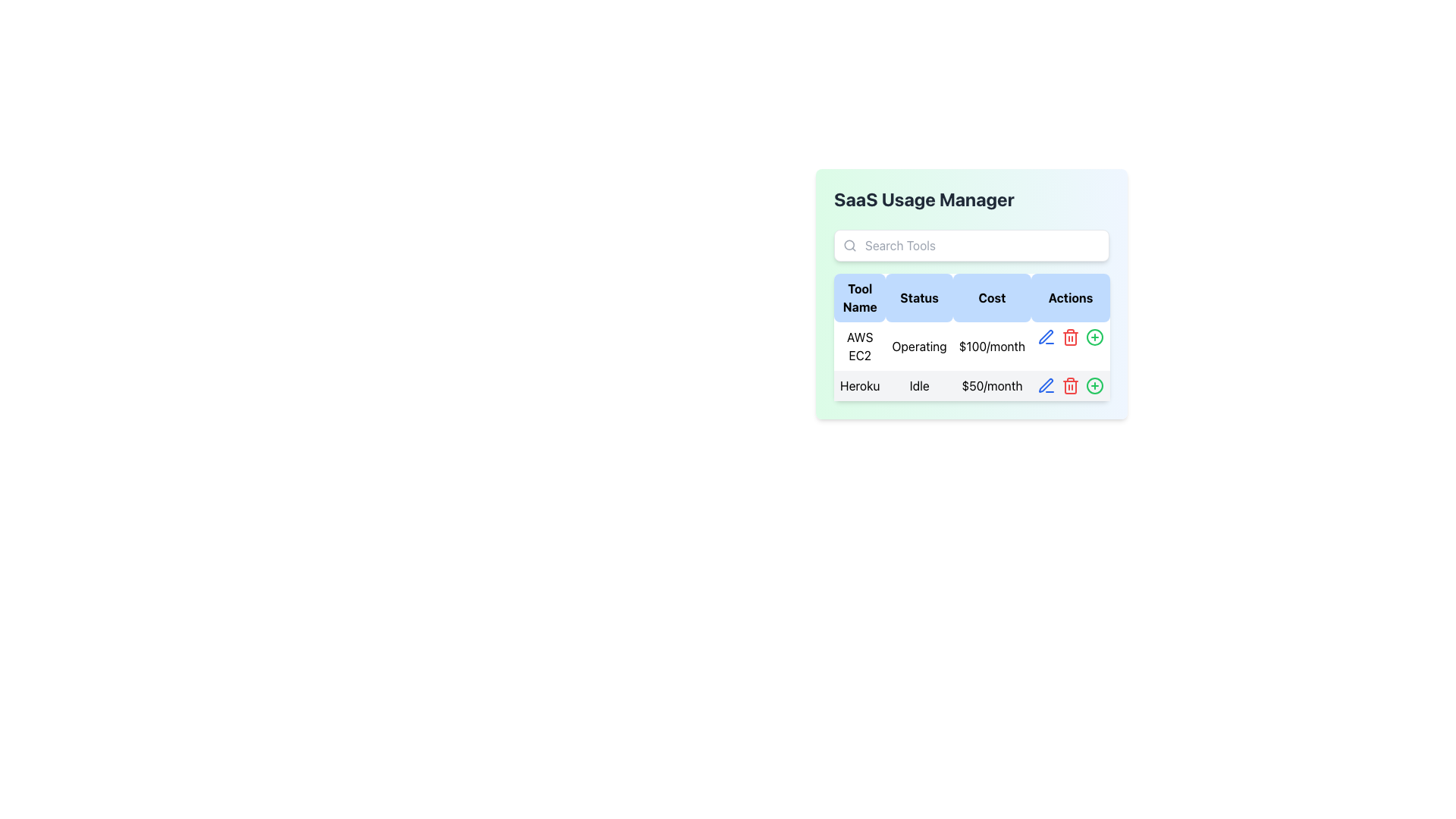 Image resolution: width=1456 pixels, height=819 pixels. Describe the element at coordinates (1046, 336) in the screenshot. I see `the first interactive button in the 'Actions' column of the second row of the table` at that location.